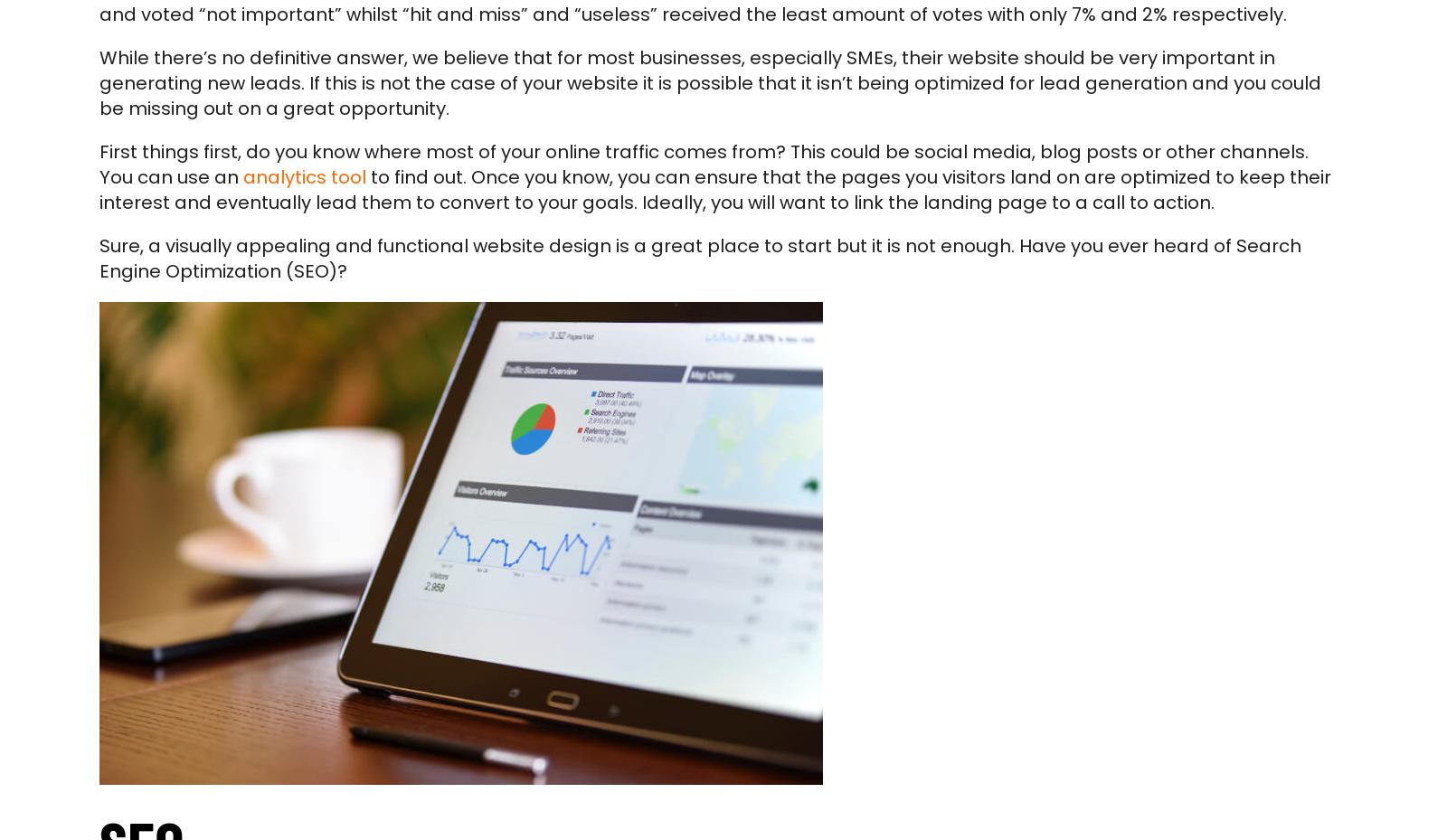 The width and height of the screenshot is (1447, 840). What do you see at coordinates (504, 311) in the screenshot?
I see `'If you’d like to discuss how your website can help generate leads then please feel free to'` at bounding box center [504, 311].